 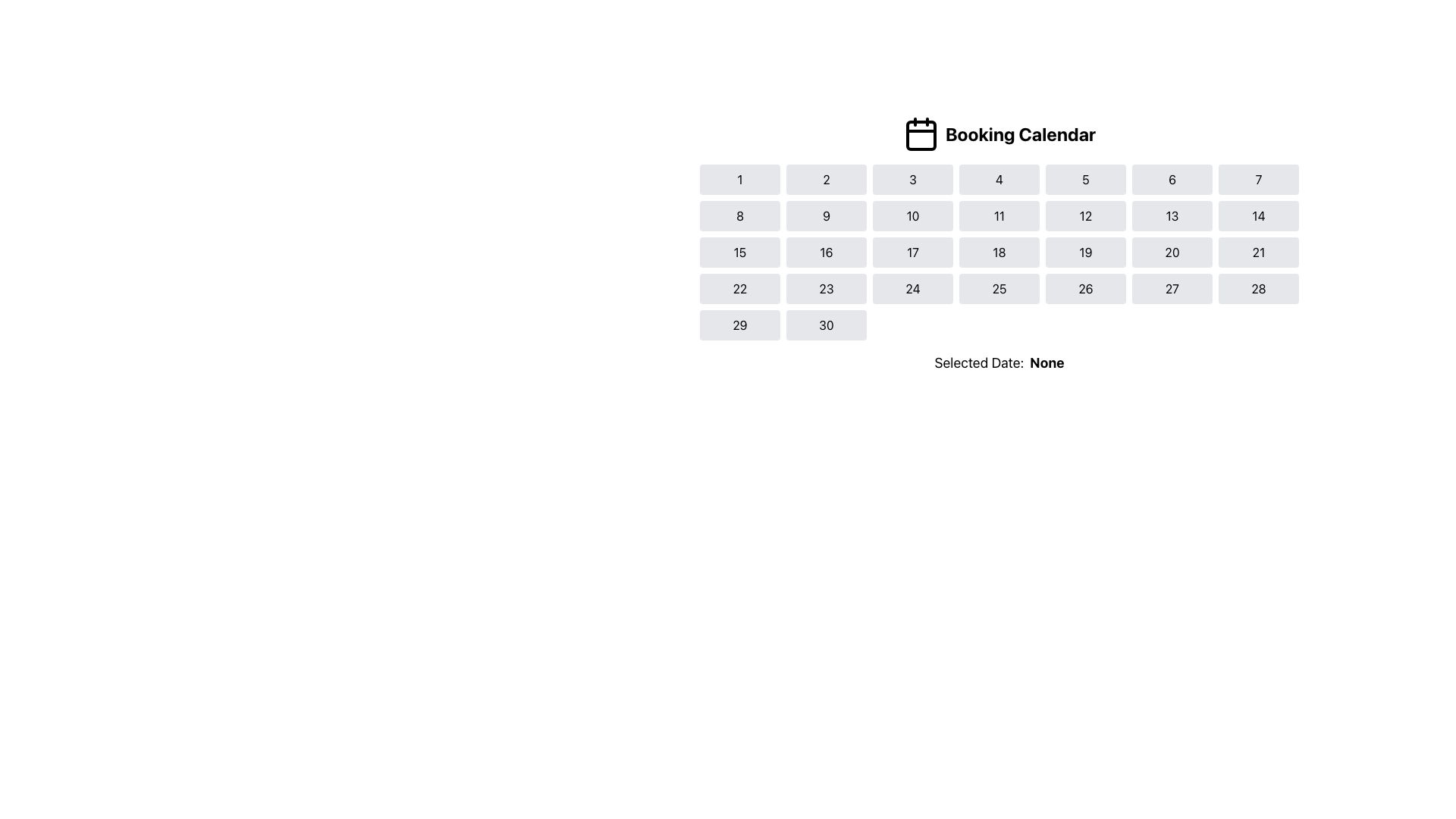 What do you see at coordinates (825, 251) in the screenshot?
I see `the rounded rectangular button with the number '16' on it, located under the 'Booking Calendar' header` at bounding box center [825, 251].